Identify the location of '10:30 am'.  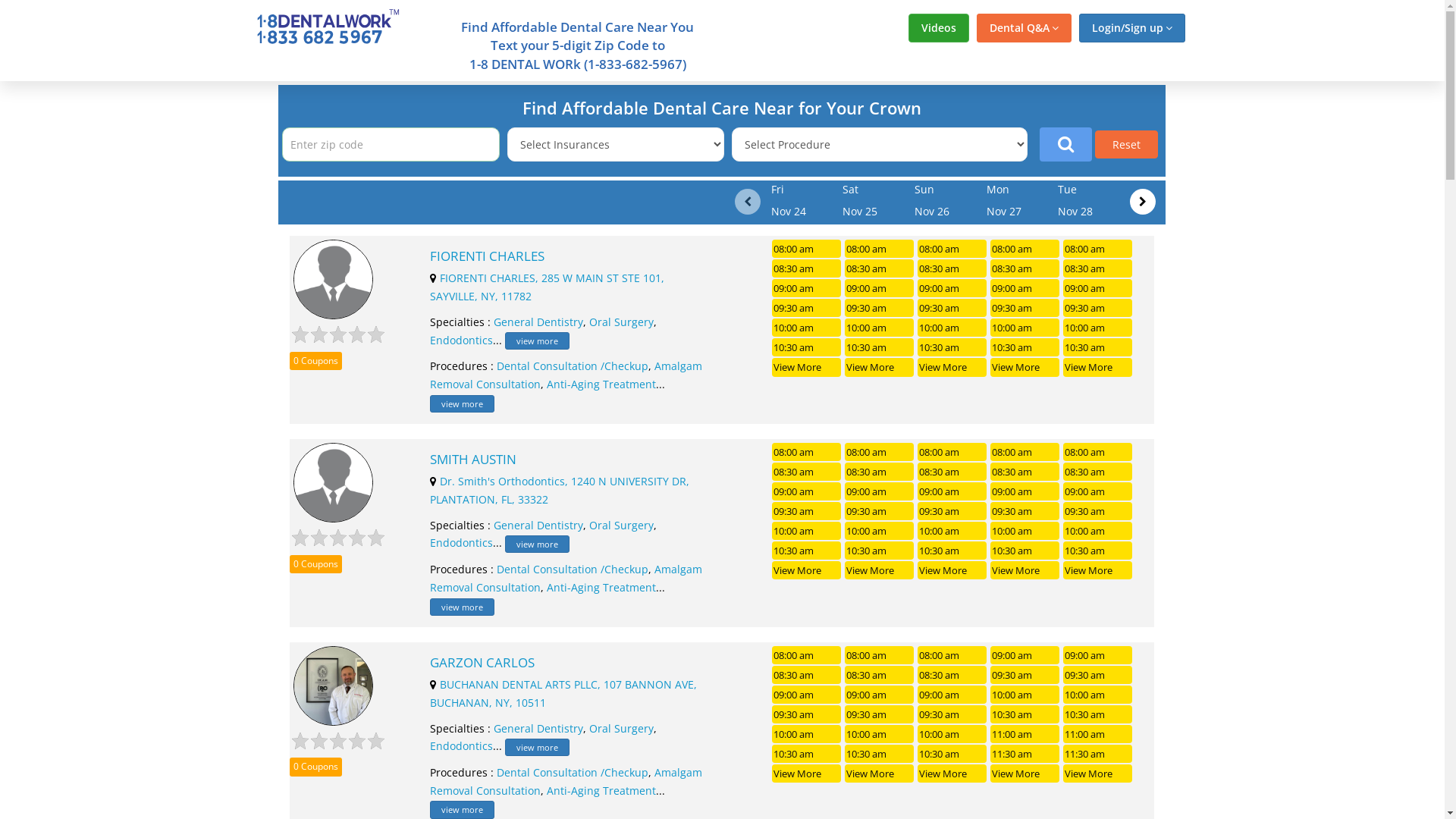
(879, 347).